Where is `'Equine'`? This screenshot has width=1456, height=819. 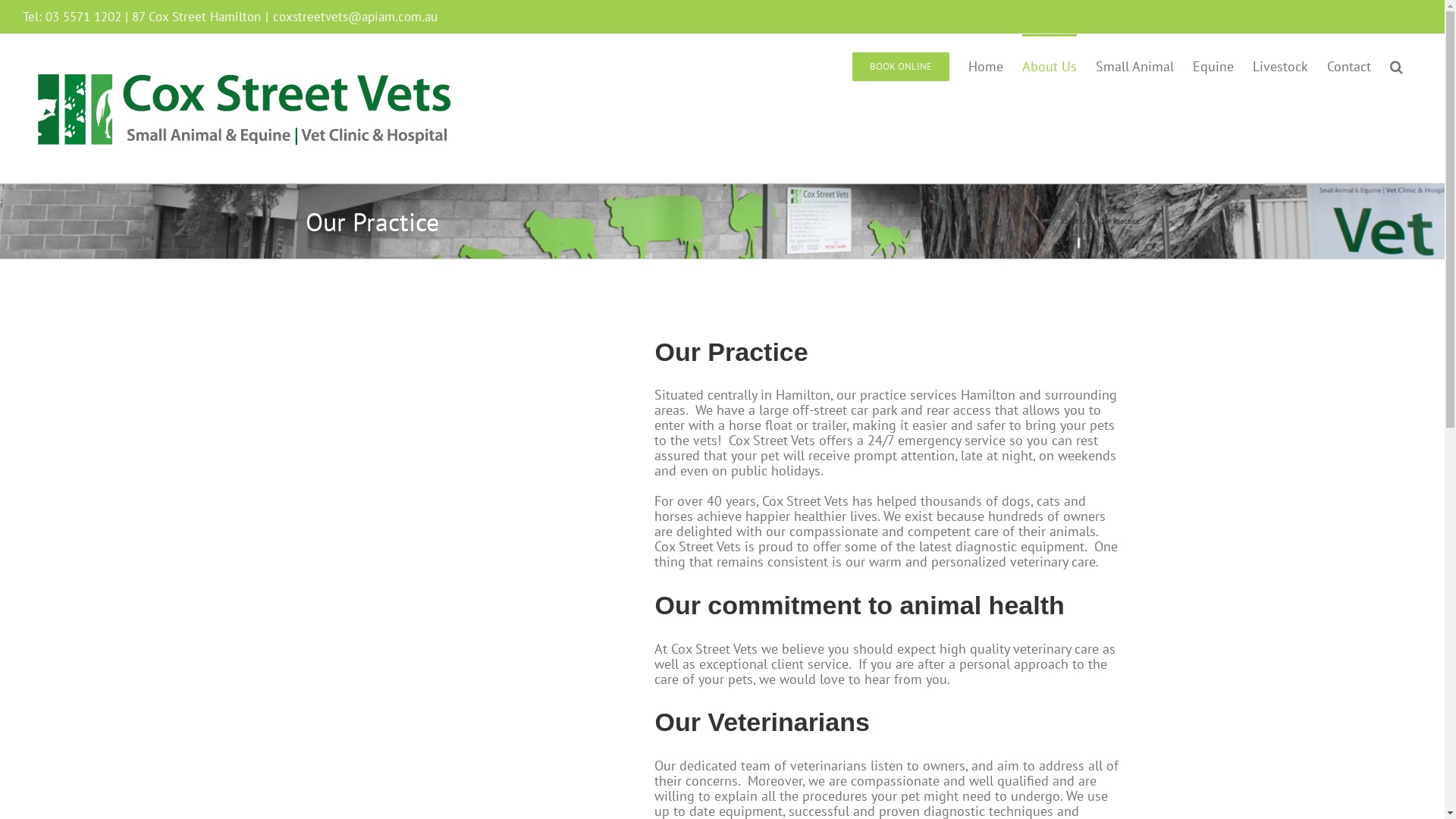 'Equine' is located at coordinates (1192, 64).